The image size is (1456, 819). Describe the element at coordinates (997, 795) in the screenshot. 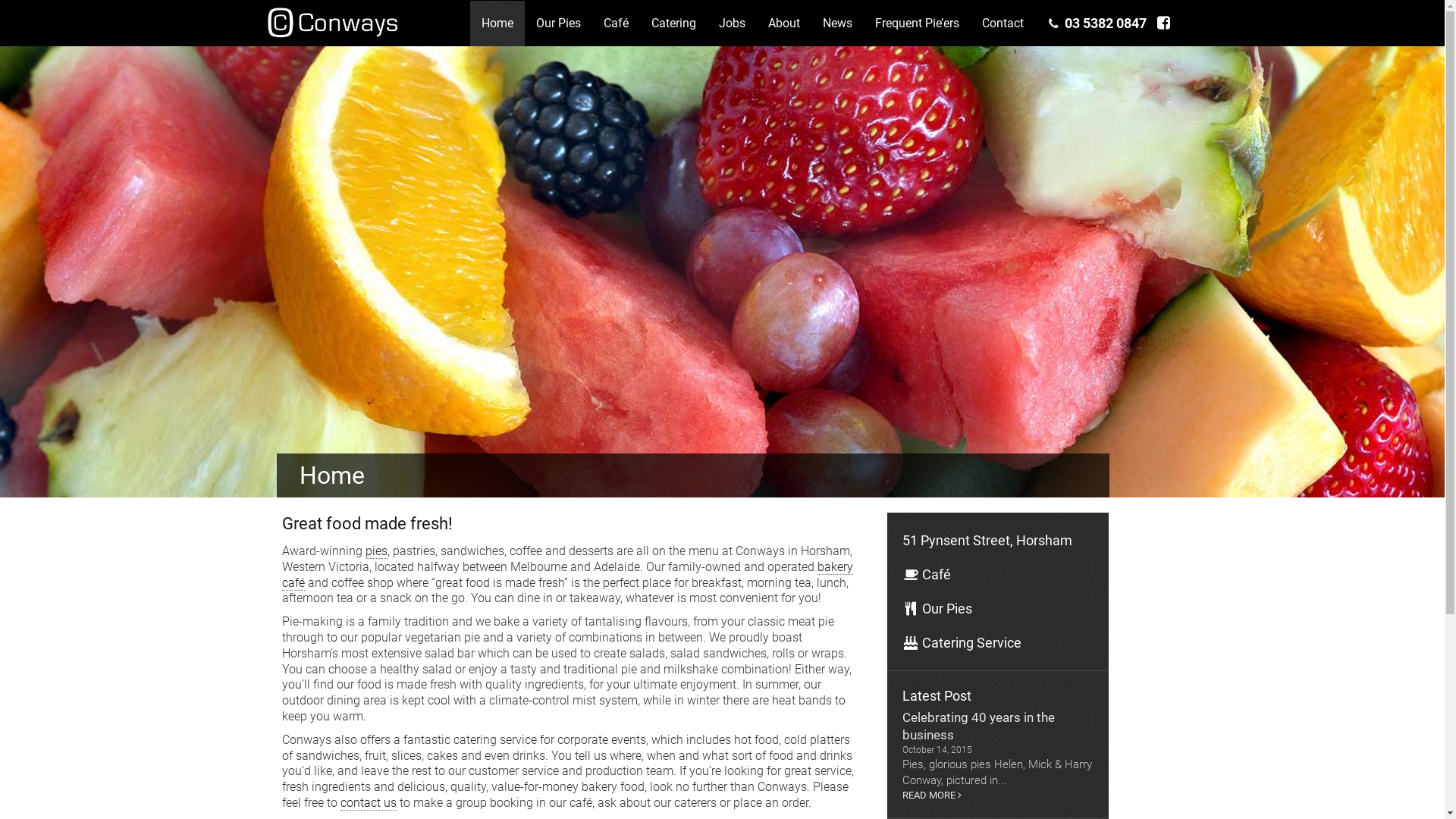

I see `'READ MORE'` at that location.